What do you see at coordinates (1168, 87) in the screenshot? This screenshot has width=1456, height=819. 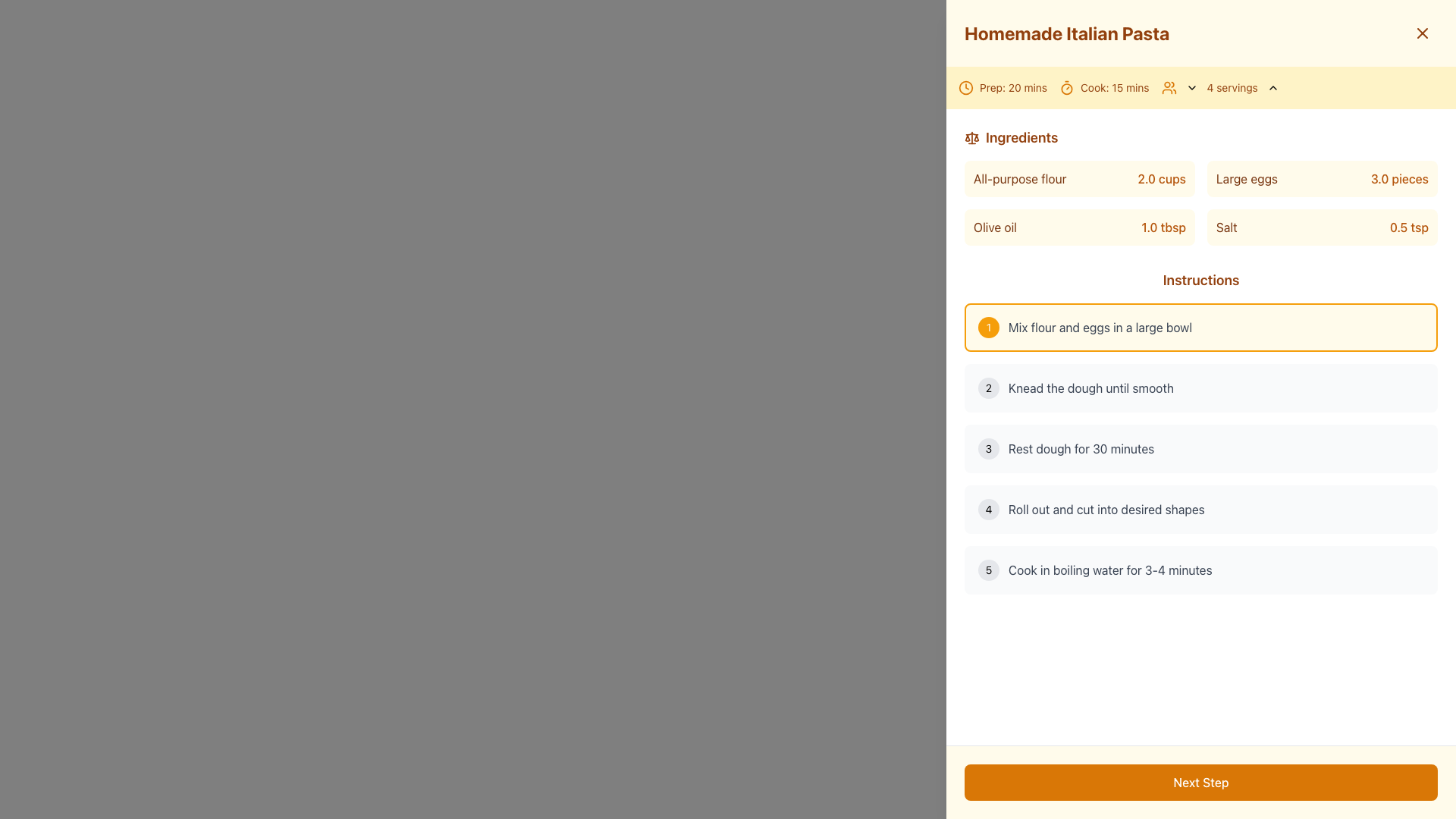 I see `the small amber icon resembling a group of users located at the top right corner of the content area beside the '4 servings' label` at bounding box center [1168, 87].